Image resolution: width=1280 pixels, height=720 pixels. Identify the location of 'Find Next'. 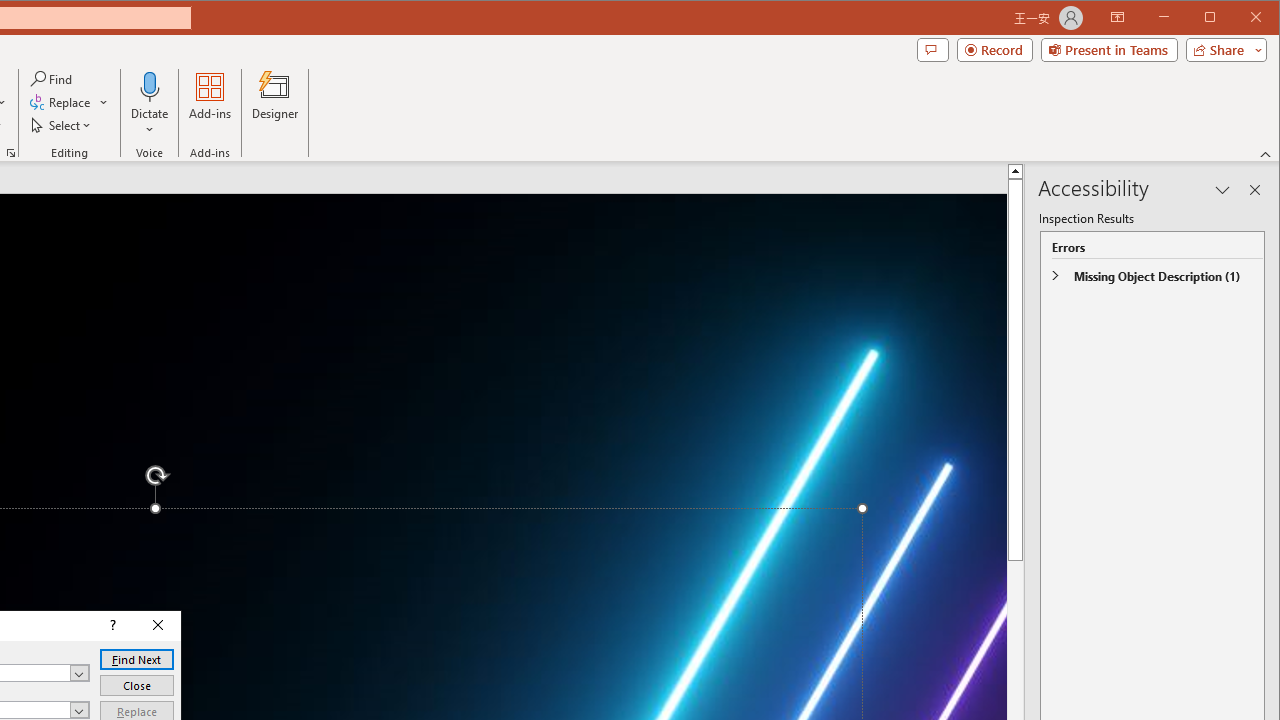
(135, 659).